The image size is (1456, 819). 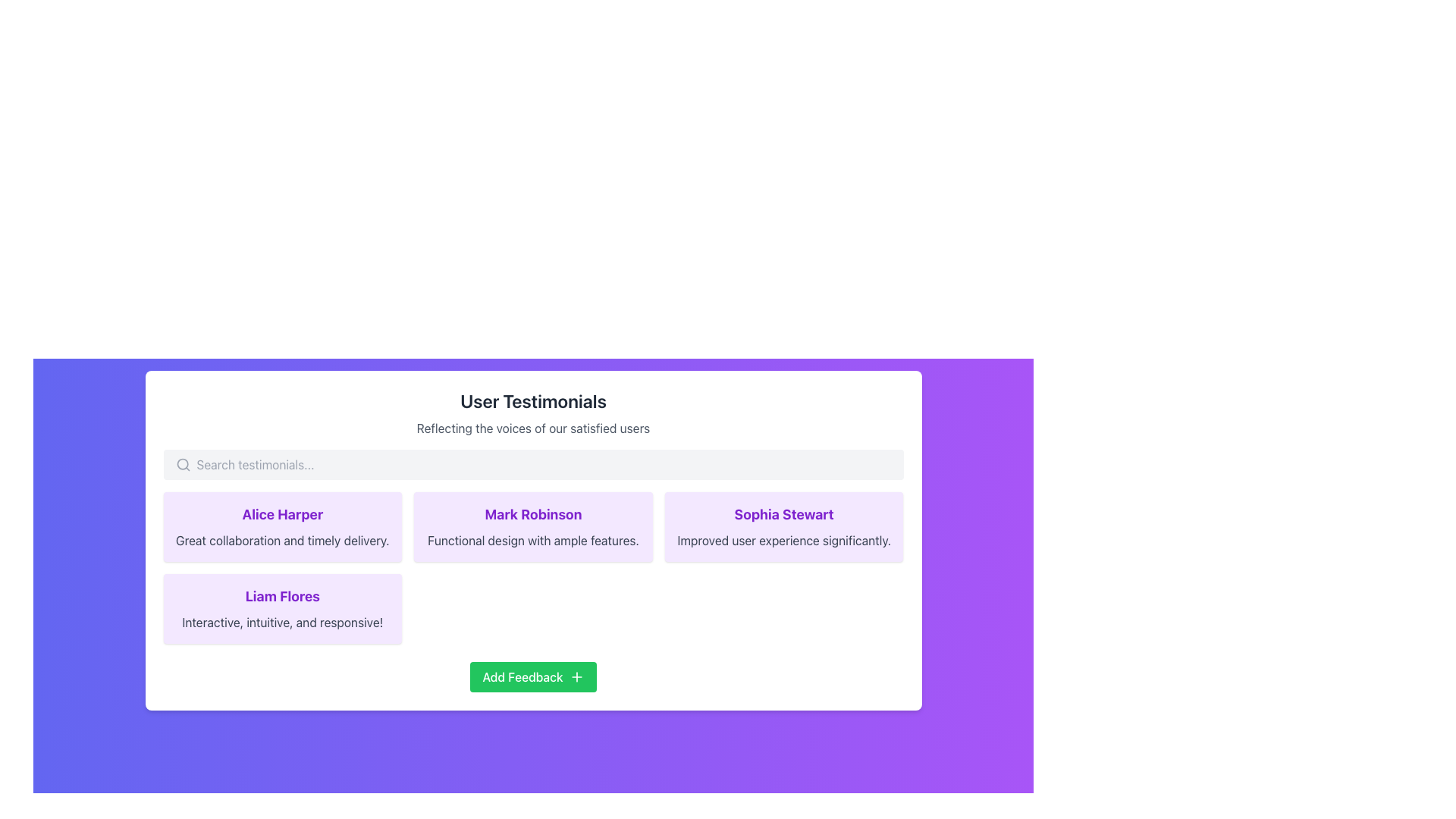 What do you see at coordinates (282, 595) in the screenshot?
I see `the text element displaying 'Liam Flores' in bold, purple styling at the top of the testimonial card` at bounding box center [282, 595].